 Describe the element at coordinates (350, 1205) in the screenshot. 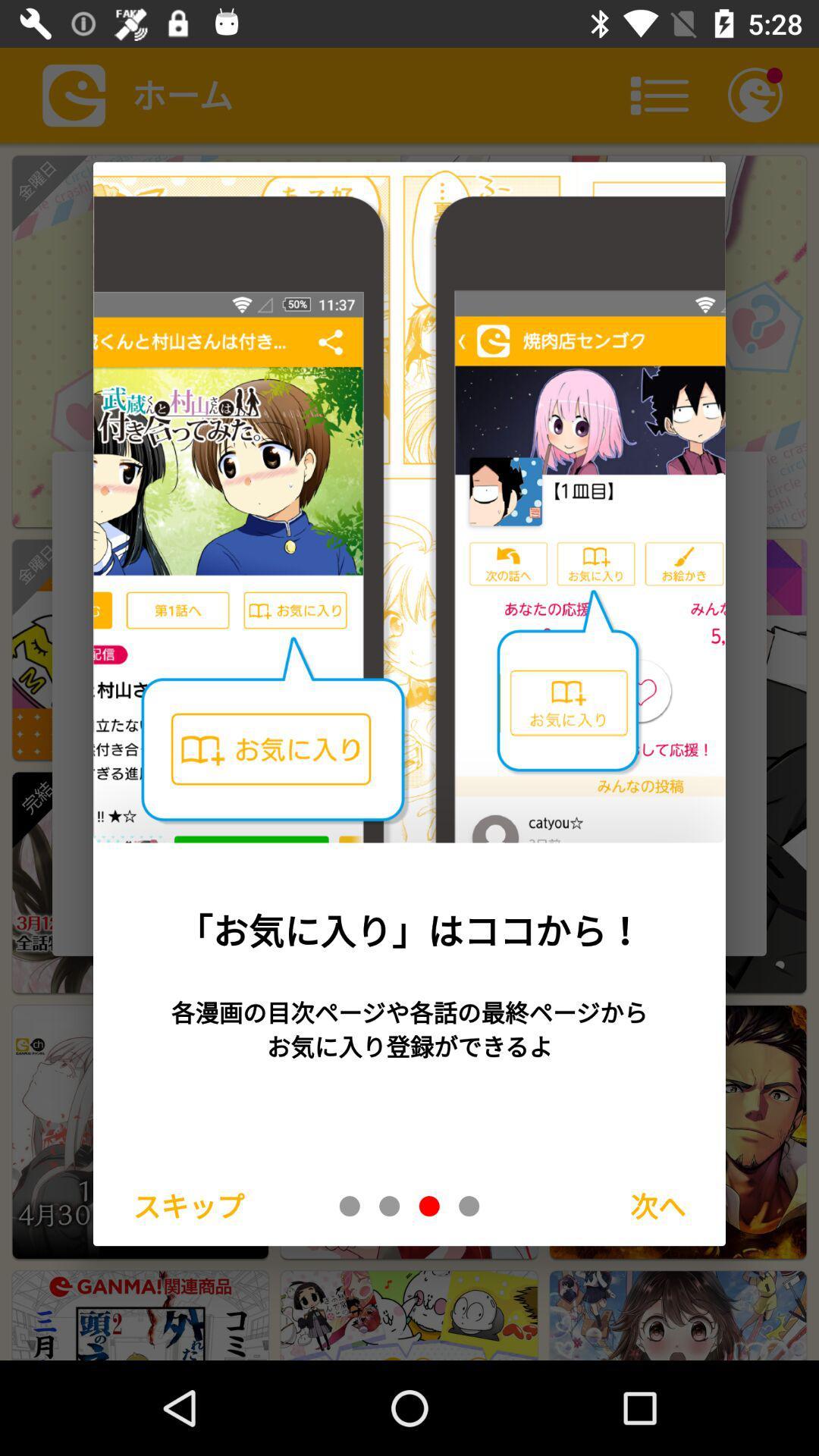

I see `tab` at that location.